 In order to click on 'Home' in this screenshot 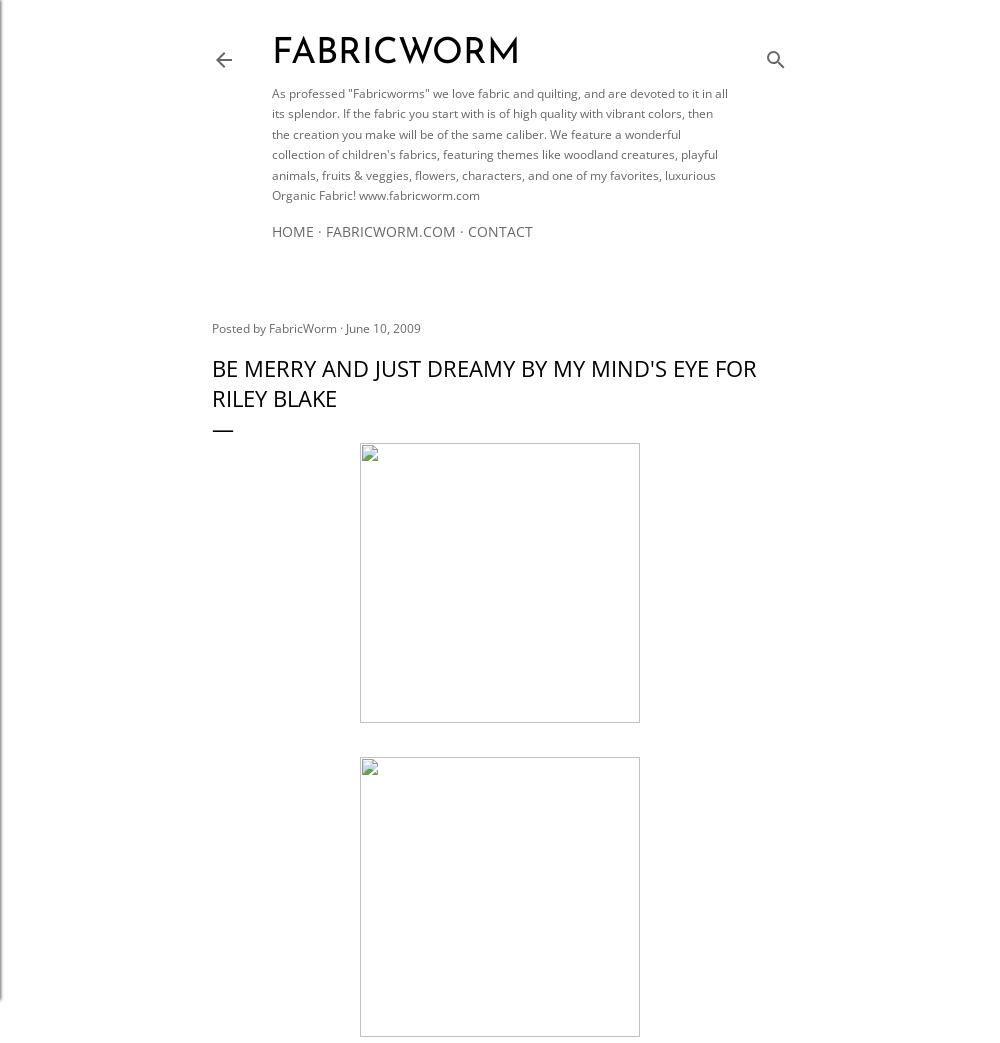, I will do `click(293, 231)`.